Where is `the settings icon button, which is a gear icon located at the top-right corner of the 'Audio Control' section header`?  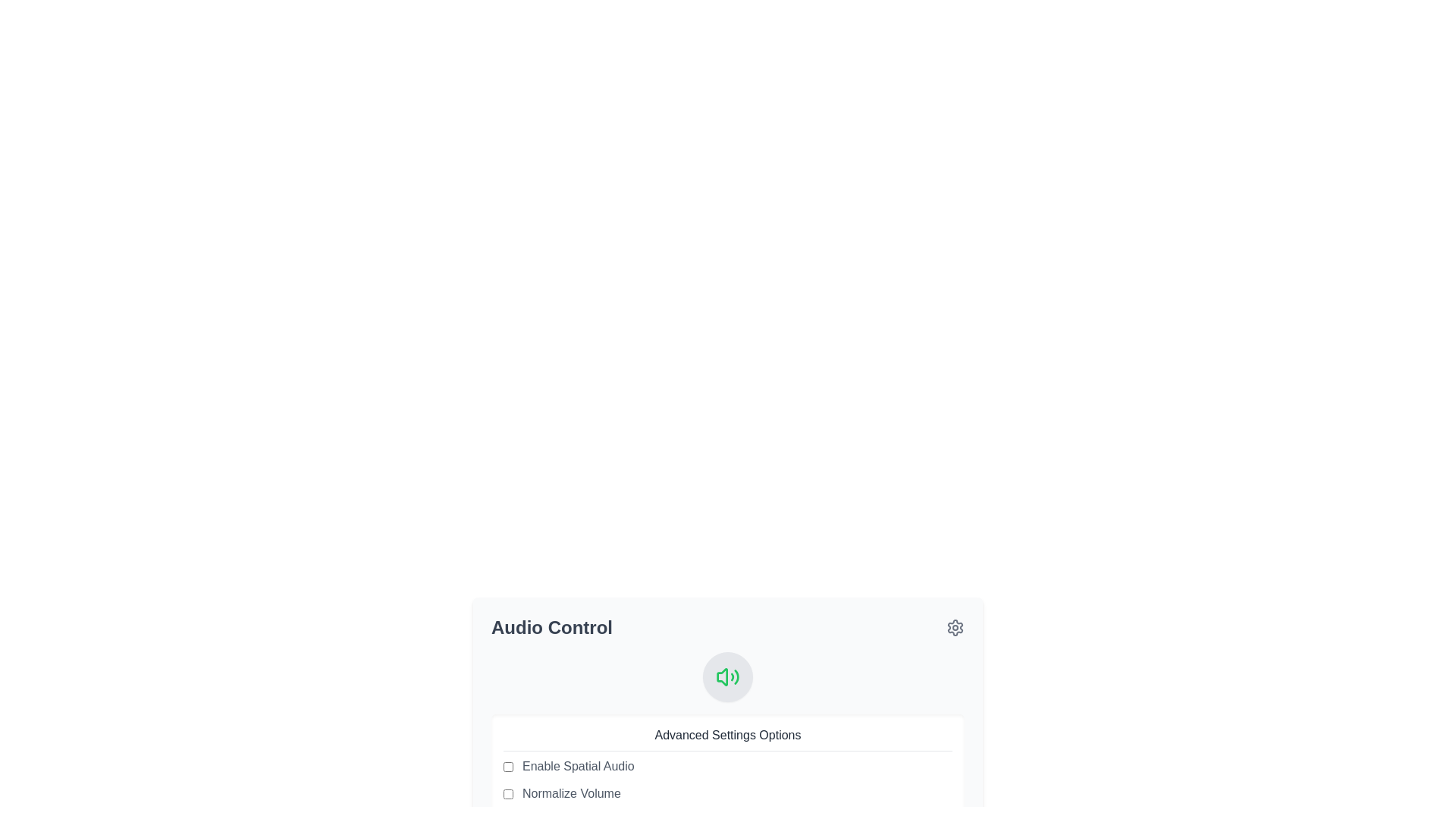
the settings icon button, which is a gear icon located at the top-right corner of the 'Audio Control' section header is located at coordinates (954, 628).